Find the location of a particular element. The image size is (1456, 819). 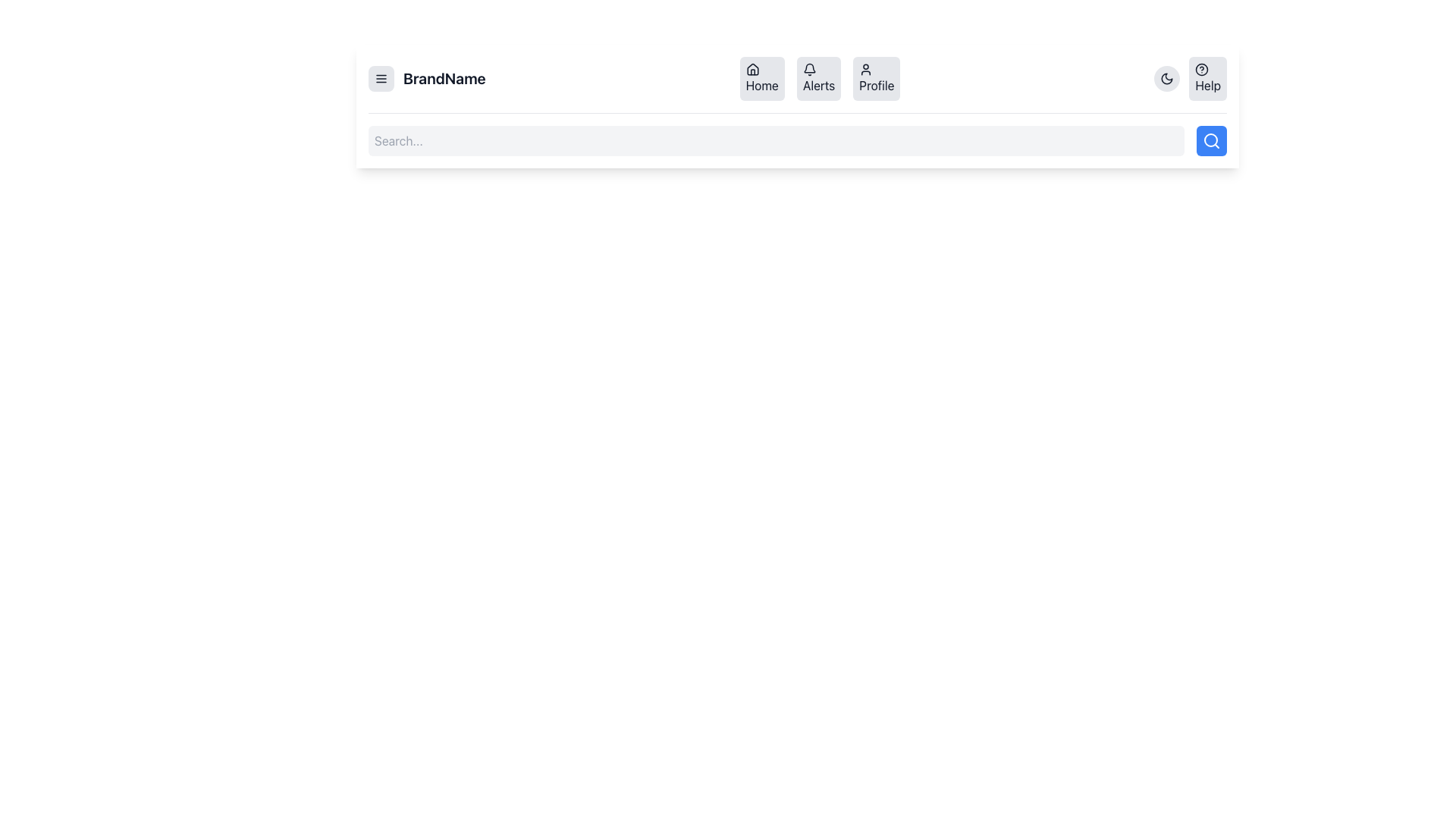

the search icon, which is represented by a magnifying glass graphic on a blue rounded rectangular button located at the far right of the navigation bar, to initiate search is located at coordinates (1211, 140).